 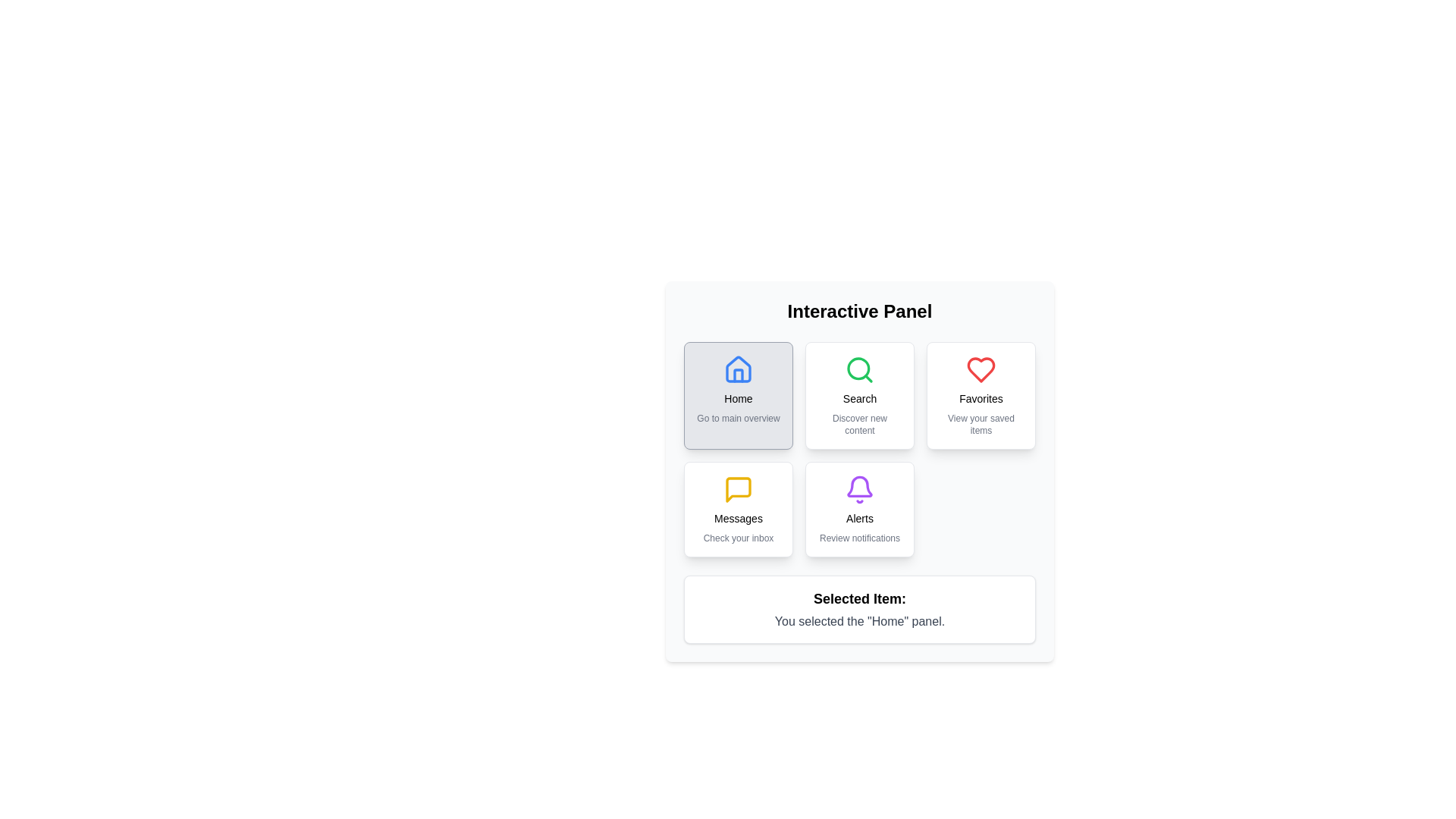 I want to click on the yellow speech bubble icon in the 'Messages' panel, located at the bottom-left corner of the grid within the 'Interactive Panel', so click(x=739, y=489).